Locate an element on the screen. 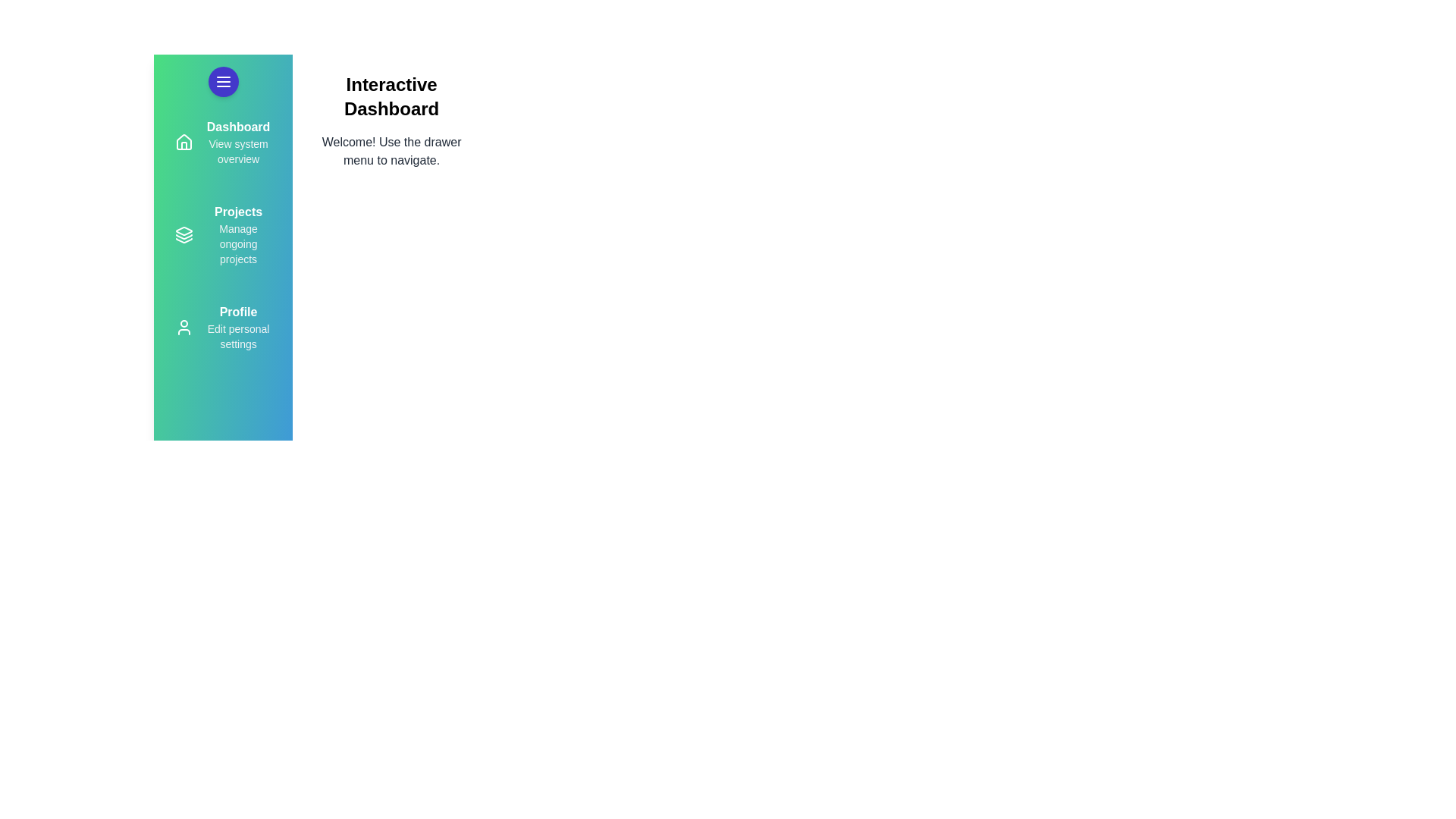 The image size is (1456, 819). the menu button to toggle the drawer is located at coordinates (222, 82).